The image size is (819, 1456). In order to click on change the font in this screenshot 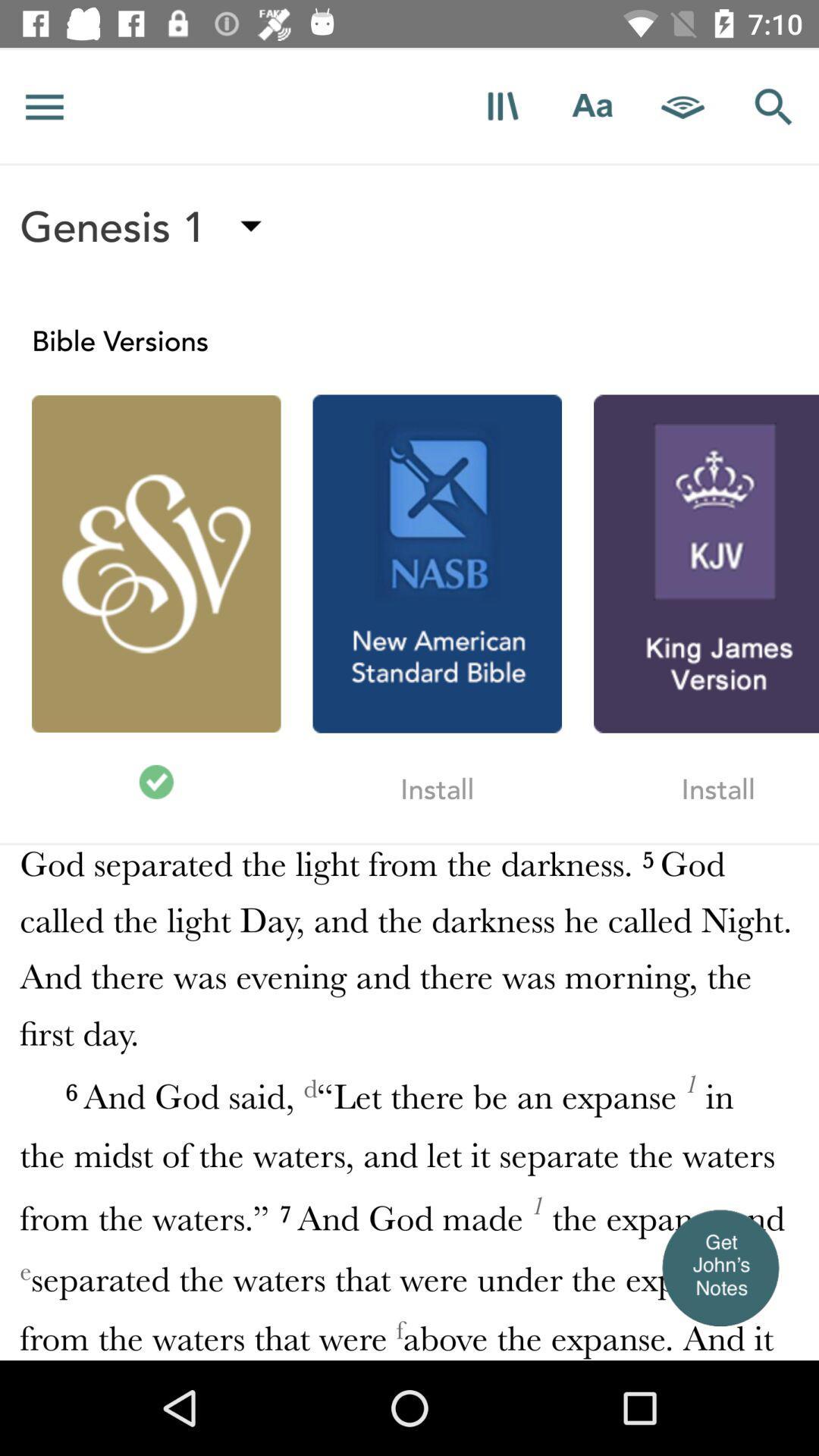, I will do `click(591, 105)`.